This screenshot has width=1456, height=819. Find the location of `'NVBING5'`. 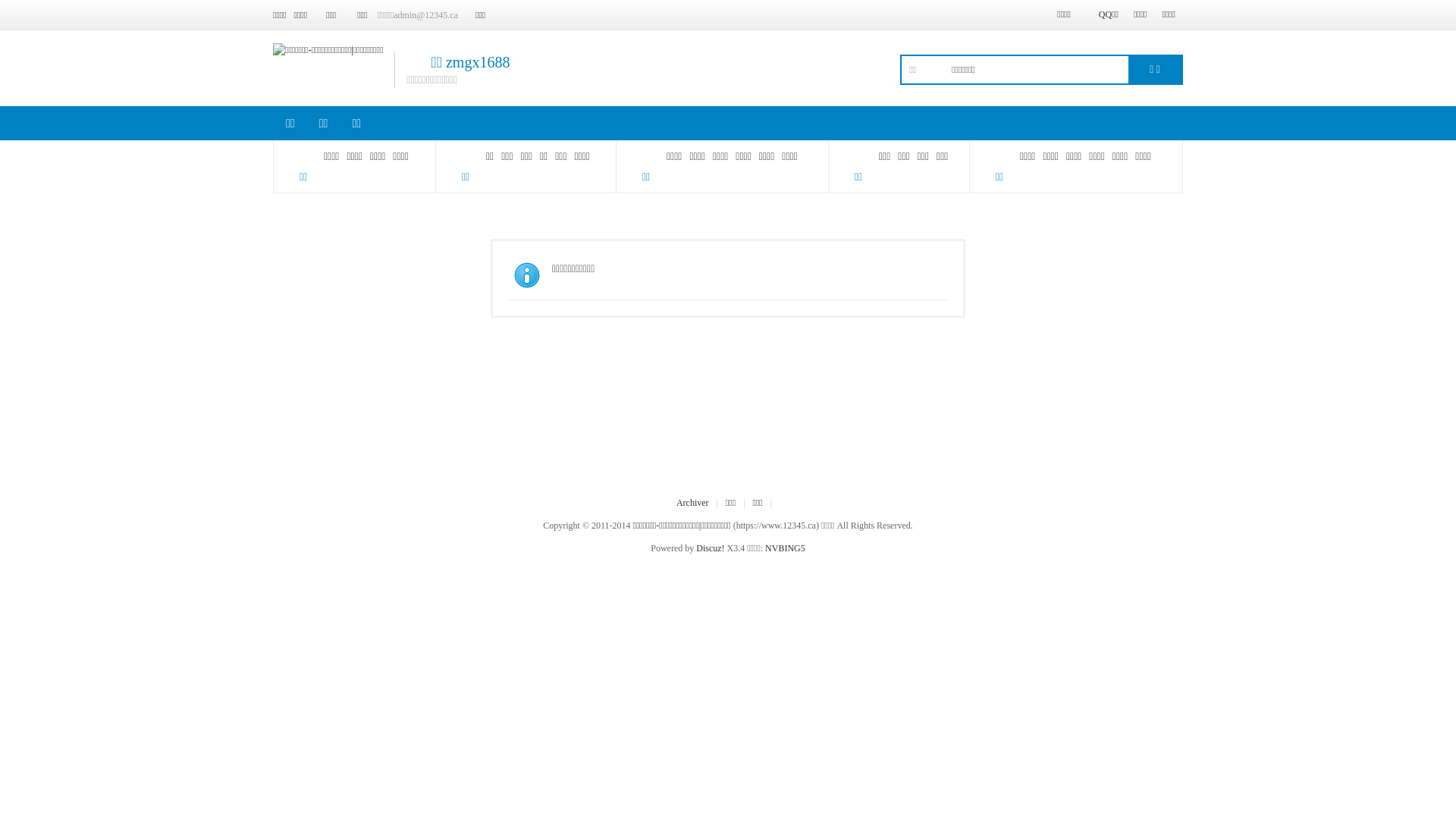

'NVBING5' is located at coordinates (785, 548).